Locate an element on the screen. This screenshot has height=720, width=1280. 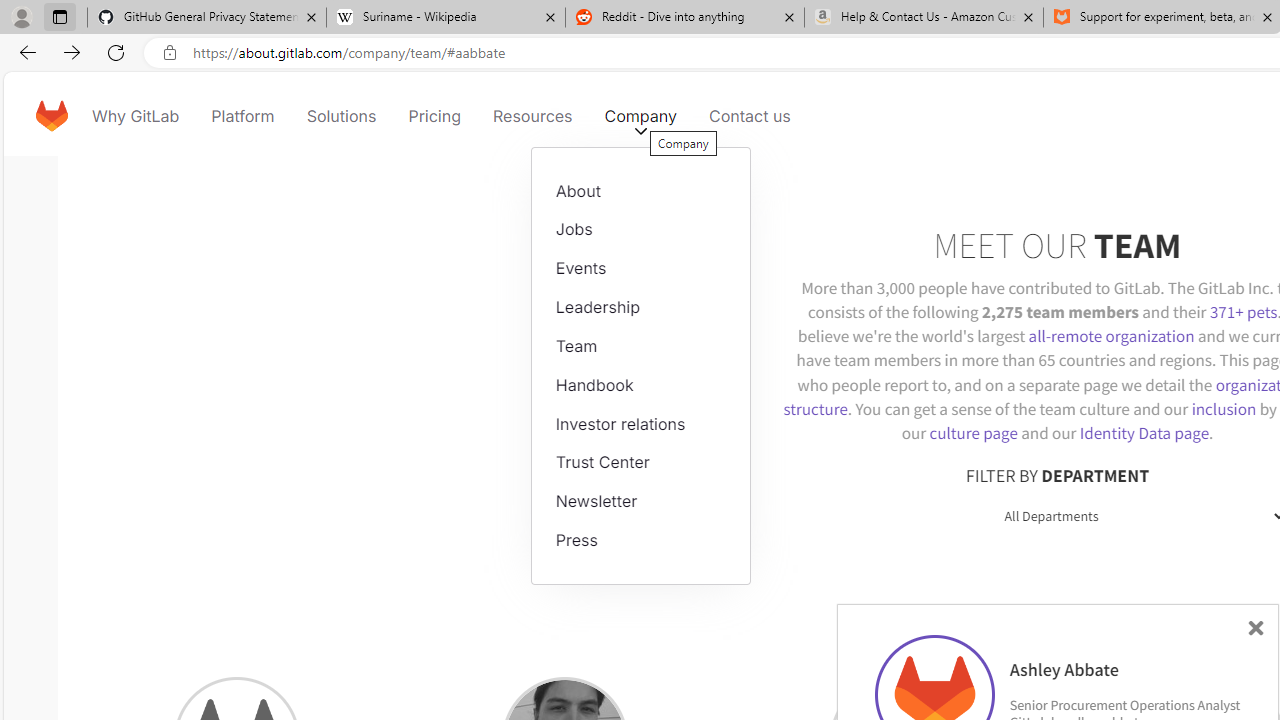
'Contact us' is located at coordinates (749, 115).